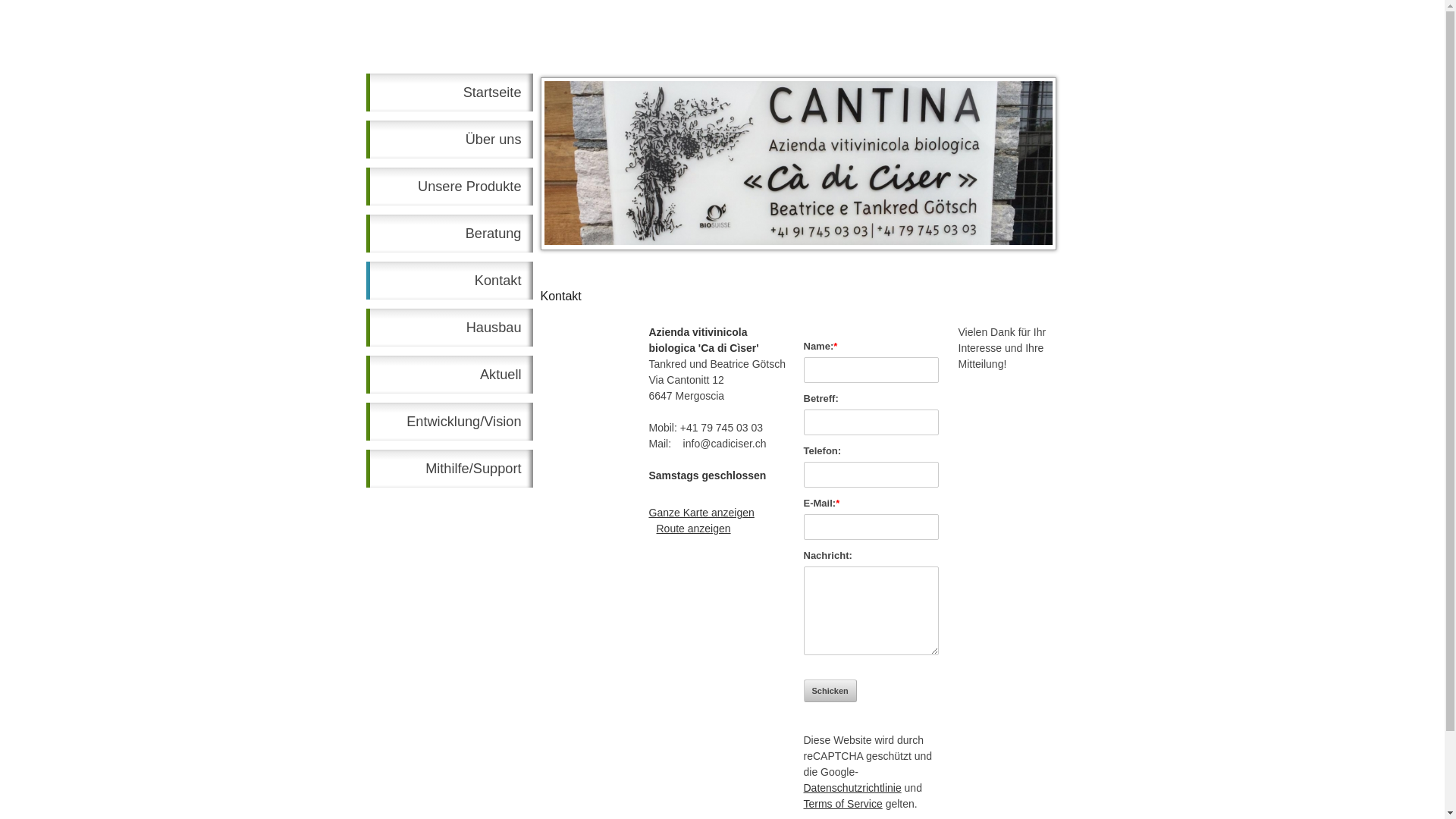 The height and width of the screenshot is (819, 1456). What do you see at coordinates (447, 421) in the screenshot?
I see `'Entwicklung/Vision'` at bounding box center [447, 421].